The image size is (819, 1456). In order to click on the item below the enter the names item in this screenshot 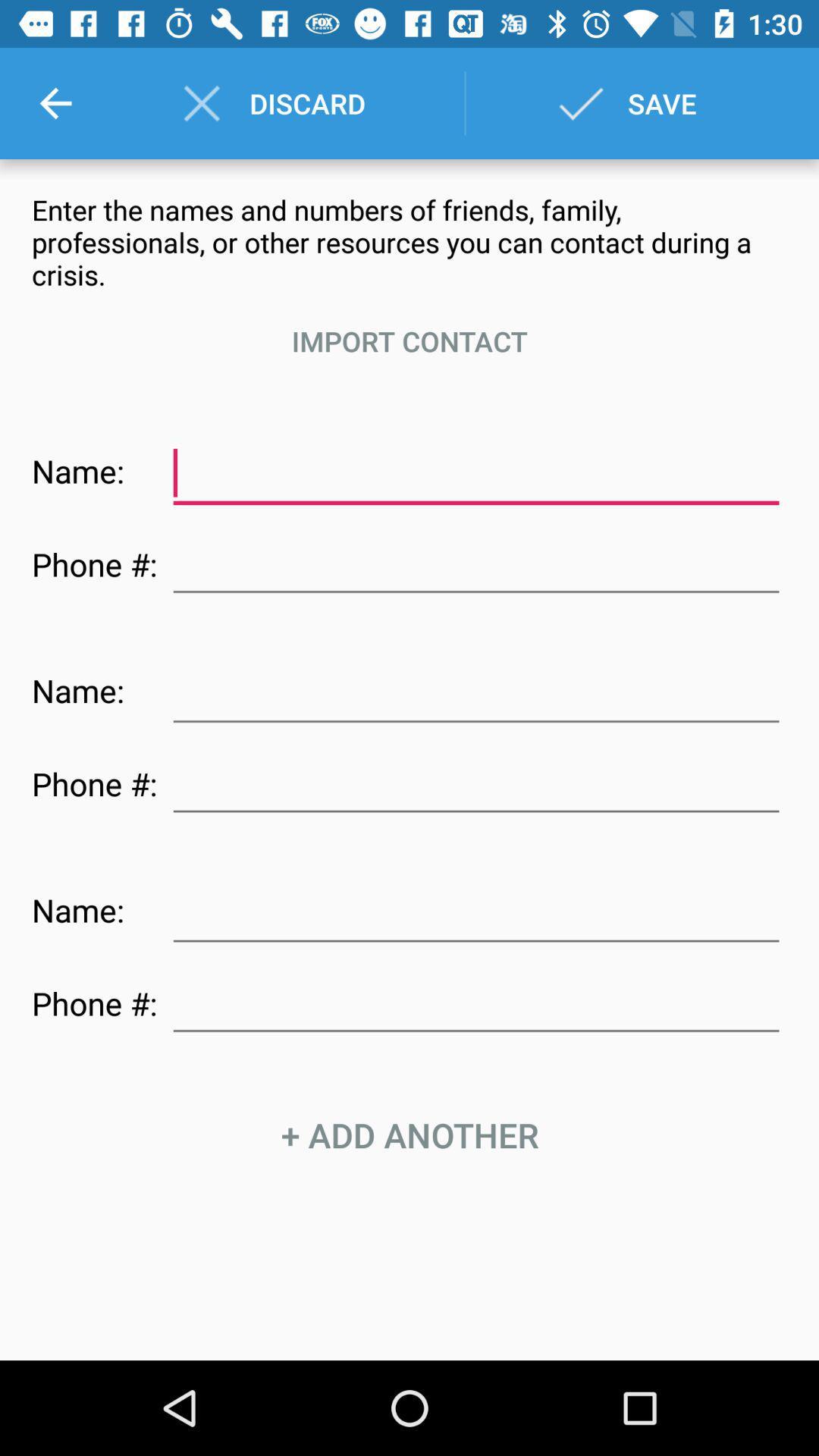, I will do `click(409, 340)`.